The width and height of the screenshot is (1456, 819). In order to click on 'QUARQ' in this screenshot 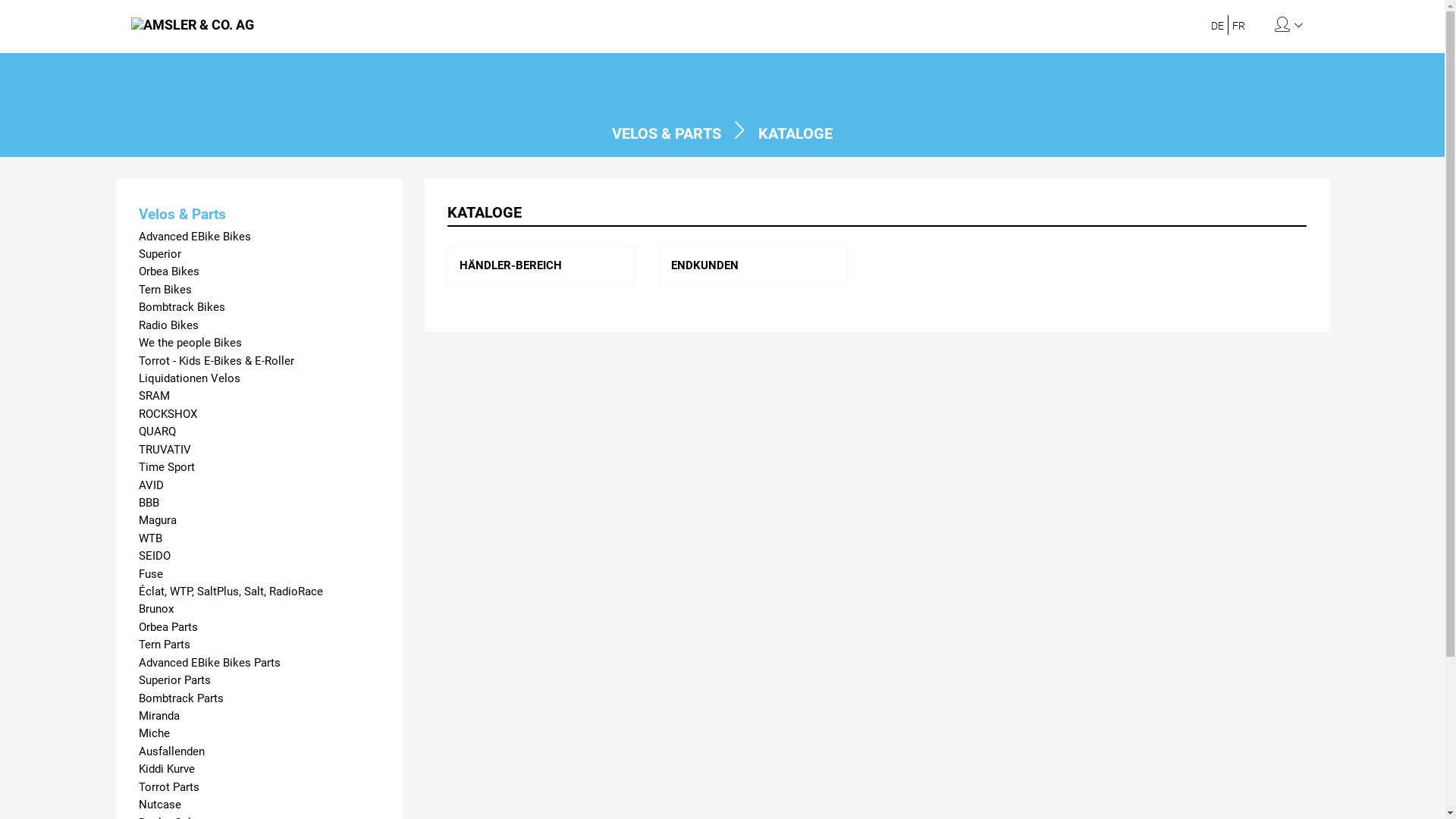, I will do `click(138, 431)`.